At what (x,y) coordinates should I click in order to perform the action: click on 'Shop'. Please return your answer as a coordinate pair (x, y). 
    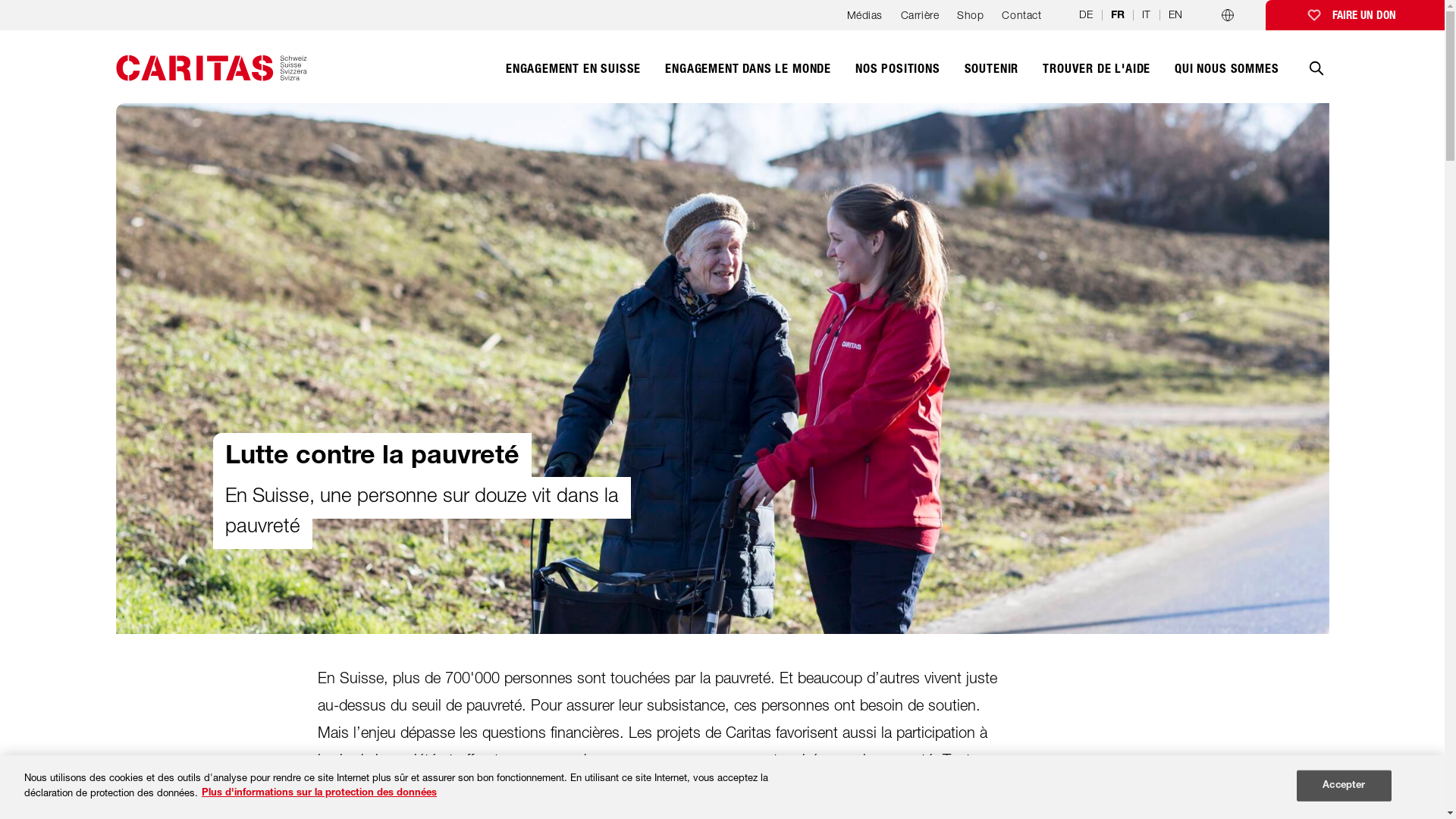
    Looking at the image, I should click on (969, 20).